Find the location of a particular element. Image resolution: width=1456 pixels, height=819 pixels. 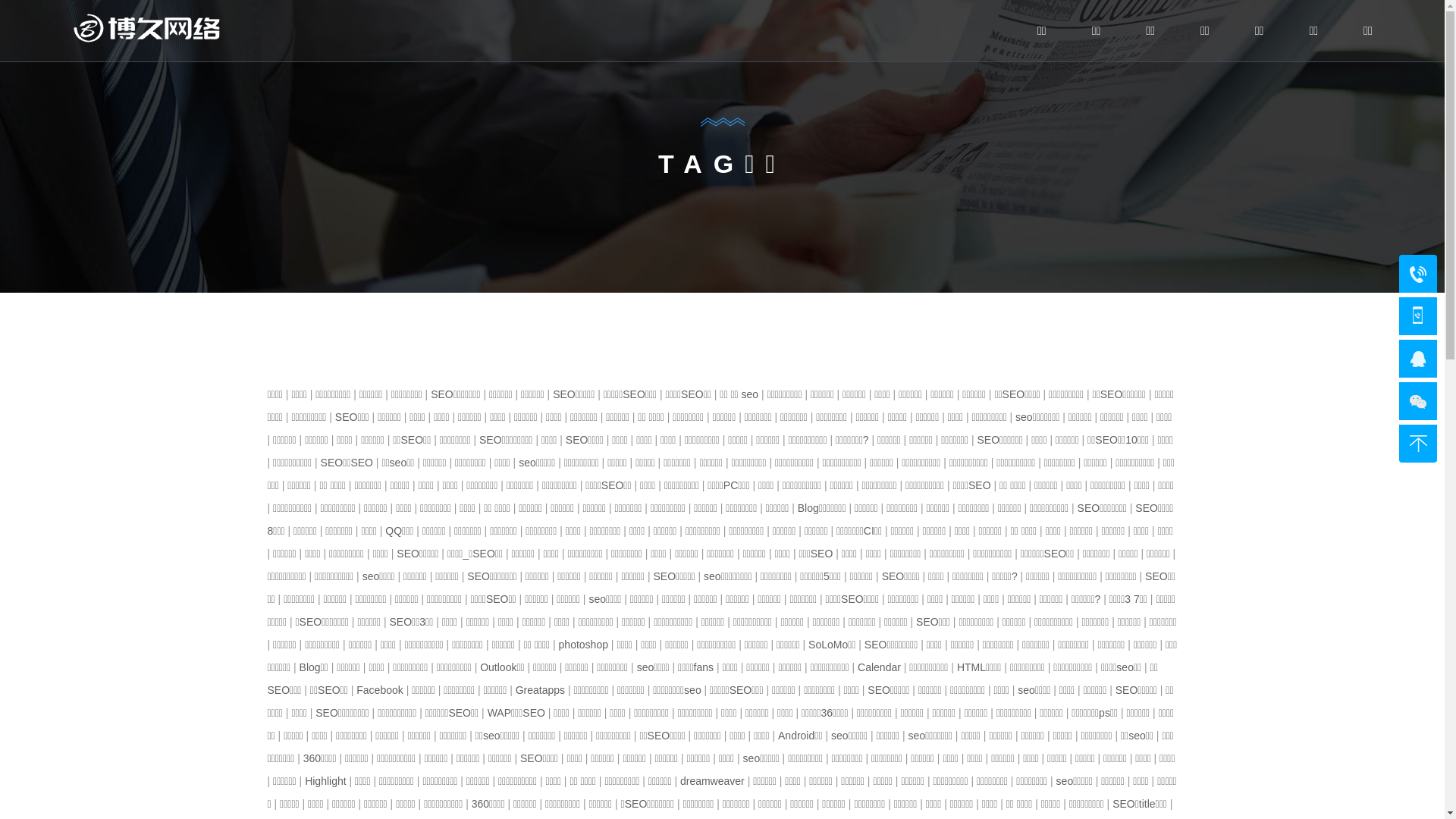

'photoshop' is located at coordinates (582, 644).